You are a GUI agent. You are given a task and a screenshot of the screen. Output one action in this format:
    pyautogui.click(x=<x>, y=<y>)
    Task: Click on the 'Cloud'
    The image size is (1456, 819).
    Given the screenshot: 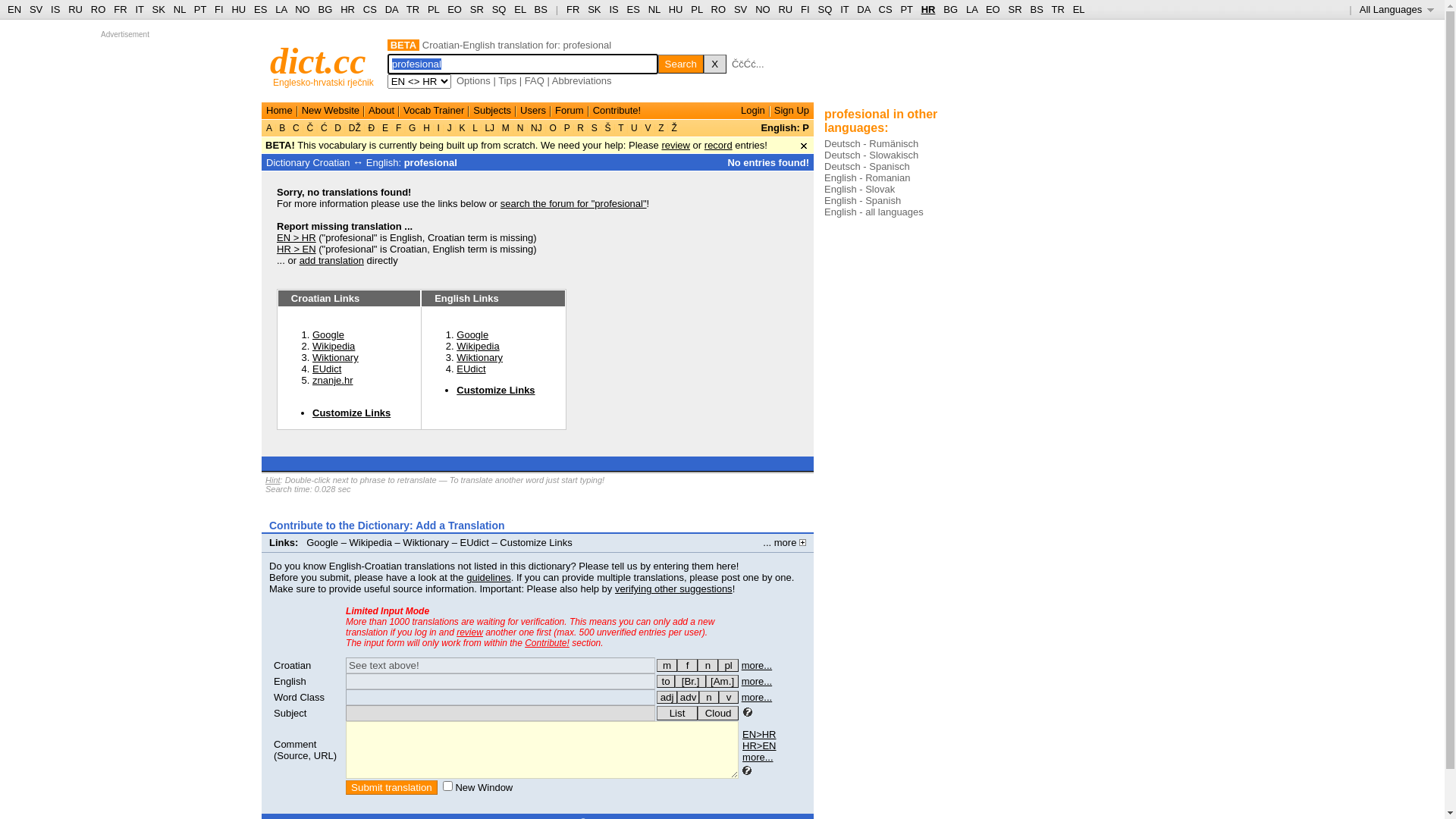 What is the action you would take?
    pyautogui.click(x=697, y=713)
    